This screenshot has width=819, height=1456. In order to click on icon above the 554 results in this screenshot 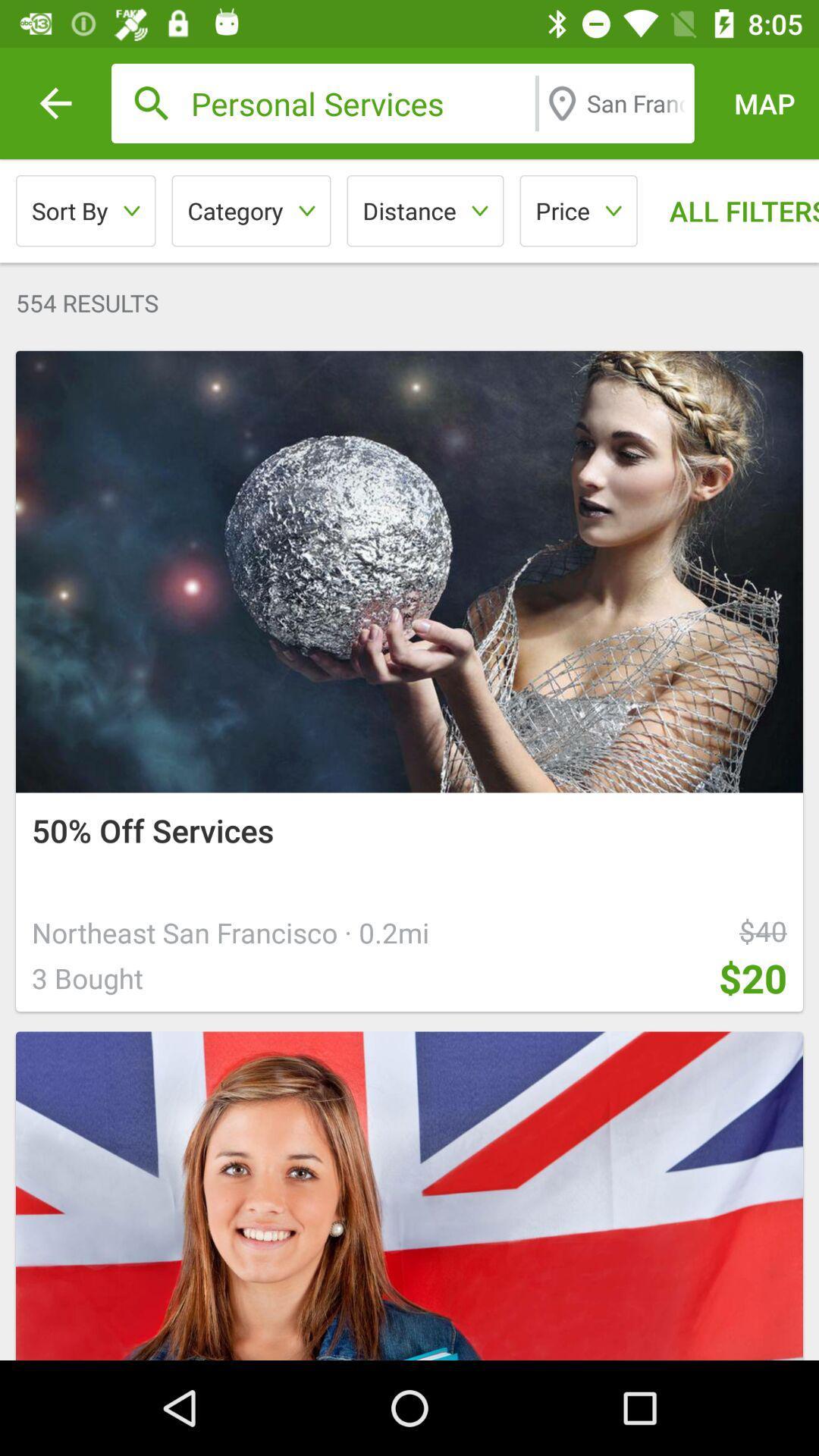, I will do `click(250, 210)`.